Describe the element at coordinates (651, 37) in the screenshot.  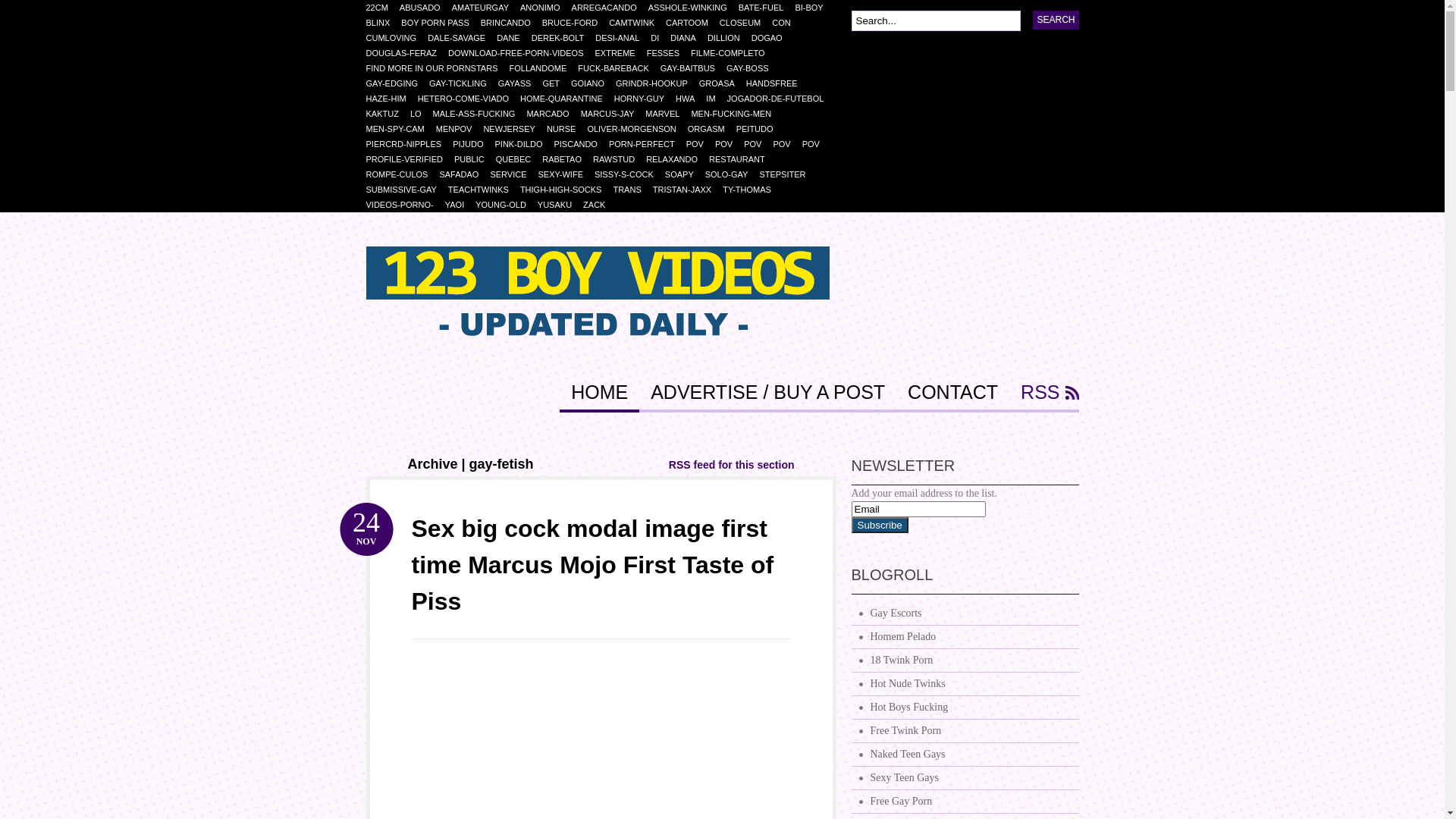
I see `'DI'` at that location.